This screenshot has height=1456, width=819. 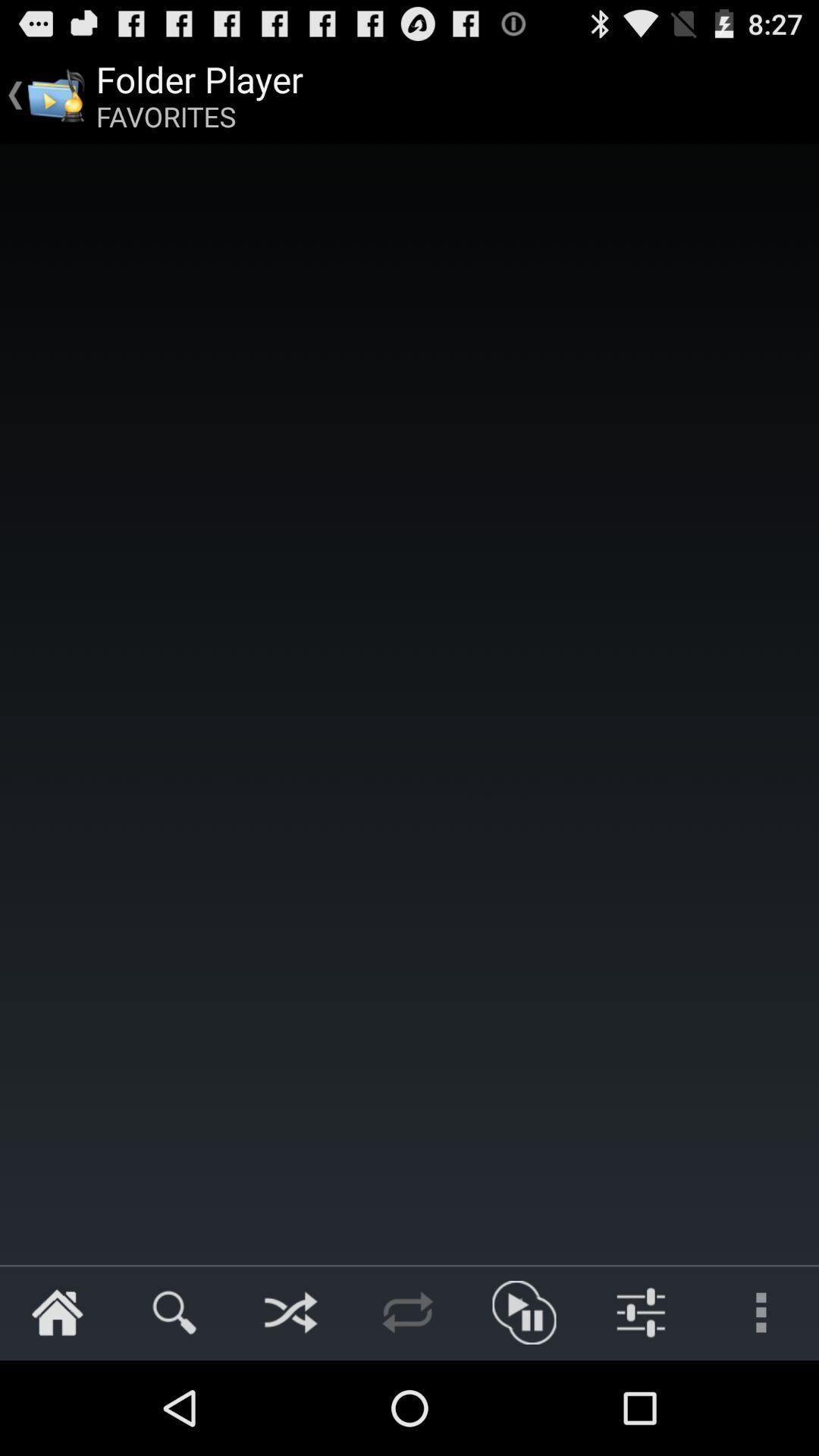 What do you see at coordinates (409, 703) in the screenshot?
I see `the item below the favorites` at bounding box center [409, 703].